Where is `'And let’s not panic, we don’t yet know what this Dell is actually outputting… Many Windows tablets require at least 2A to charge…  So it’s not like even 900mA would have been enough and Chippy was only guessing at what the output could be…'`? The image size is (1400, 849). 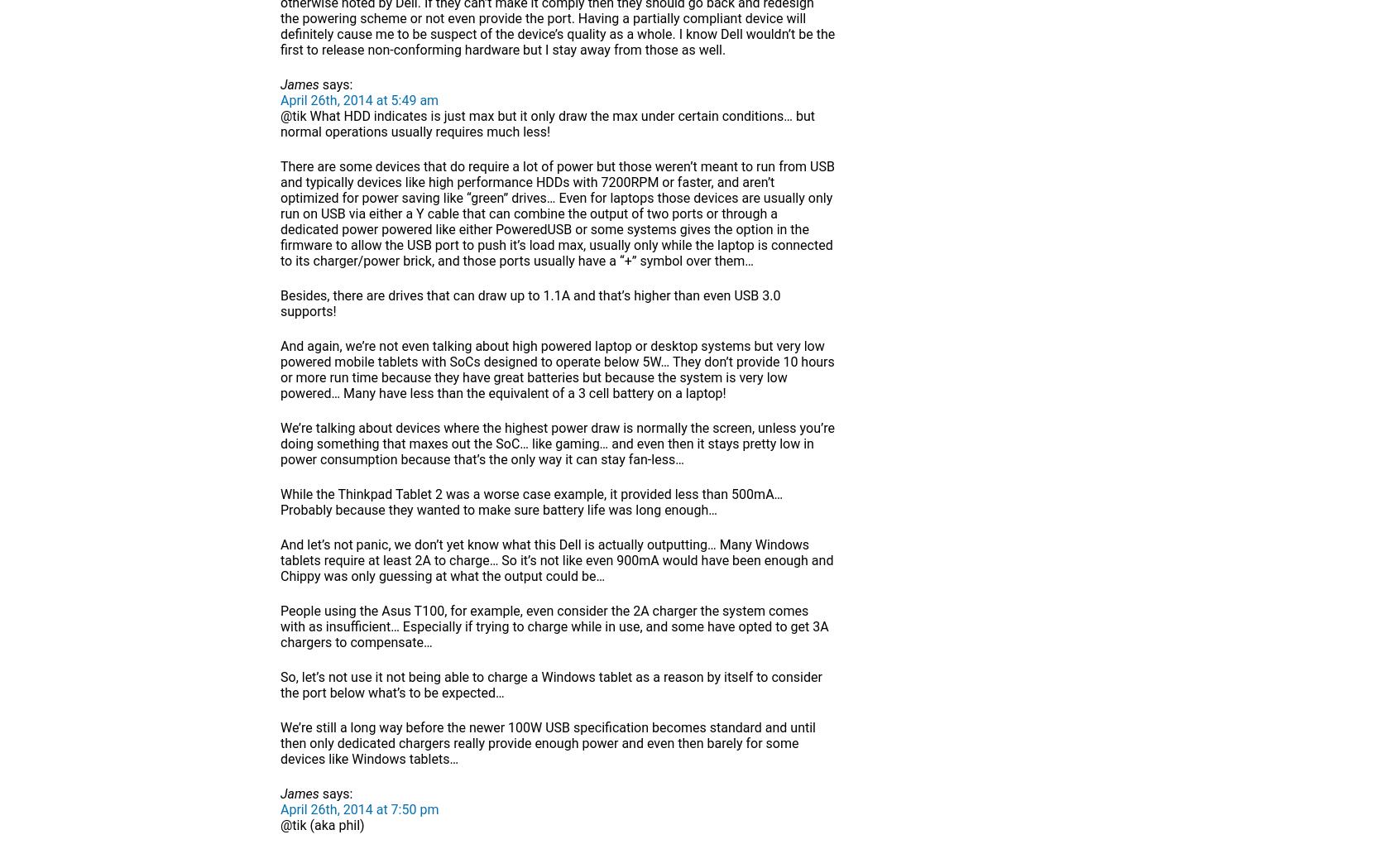
'And let’s not panic, we don’t yet know what this Dell is actually outputting… Many Windows tablets require at least 2A to charge…  So it’s not like even 900mA would have been enough and Chippy was only guessing at what the output could be…' is located at coordinates (557, 559).